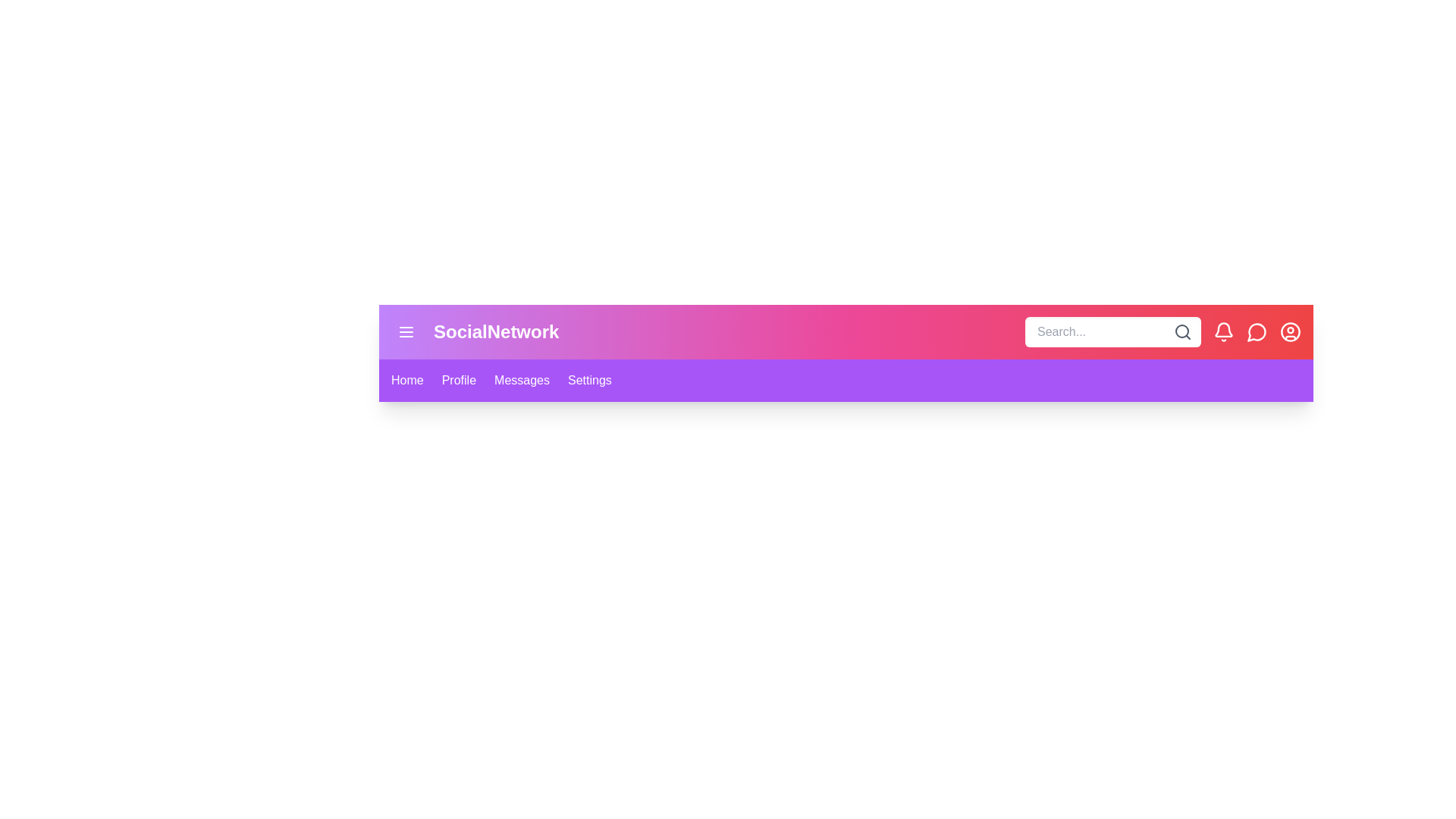 The width and height of the screenshot is (1456, 819). I want to click on the bell icon to view notifications, so click(1223, 331).